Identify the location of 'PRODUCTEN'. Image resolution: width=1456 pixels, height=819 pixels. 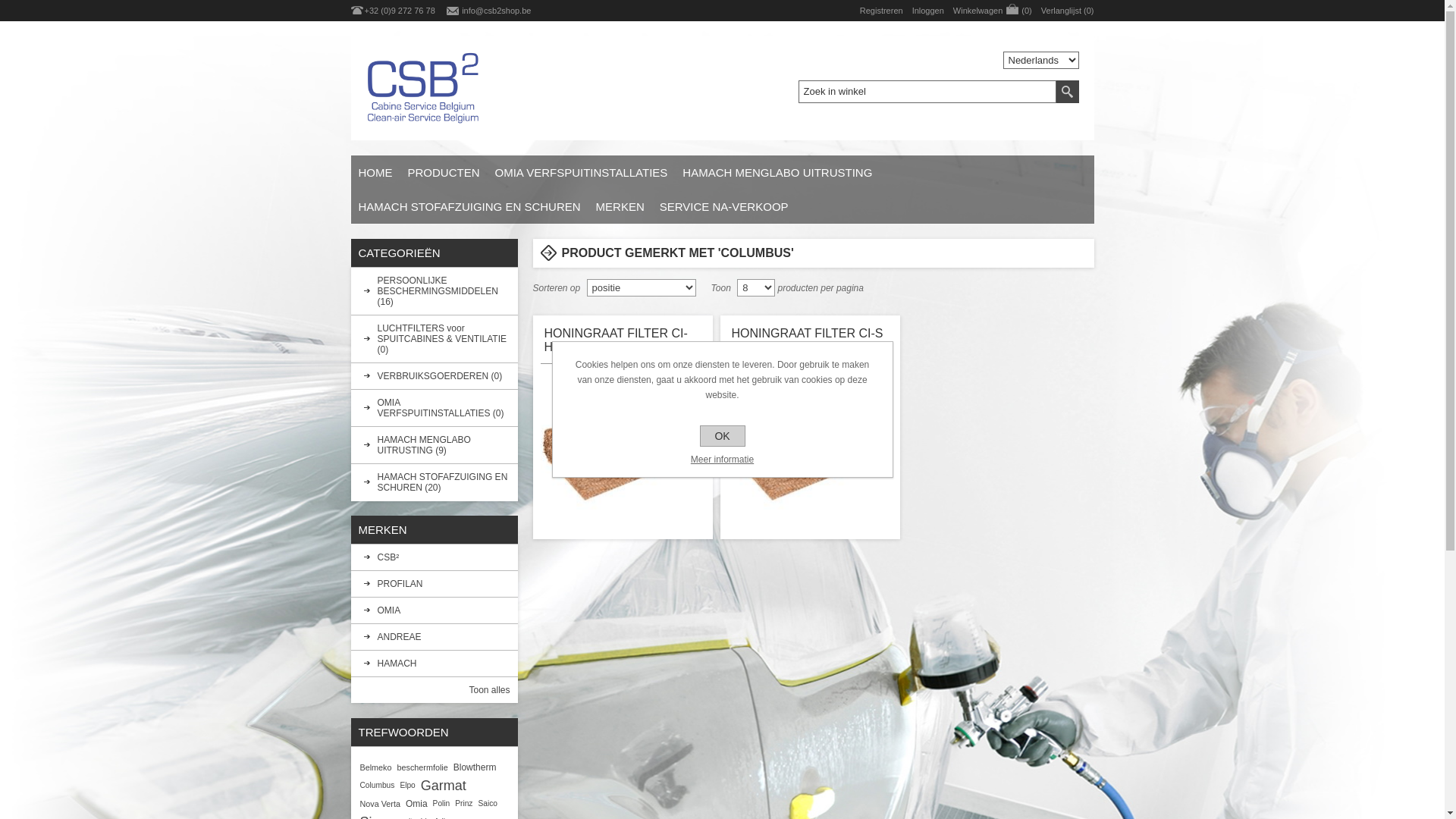
(443, 171).